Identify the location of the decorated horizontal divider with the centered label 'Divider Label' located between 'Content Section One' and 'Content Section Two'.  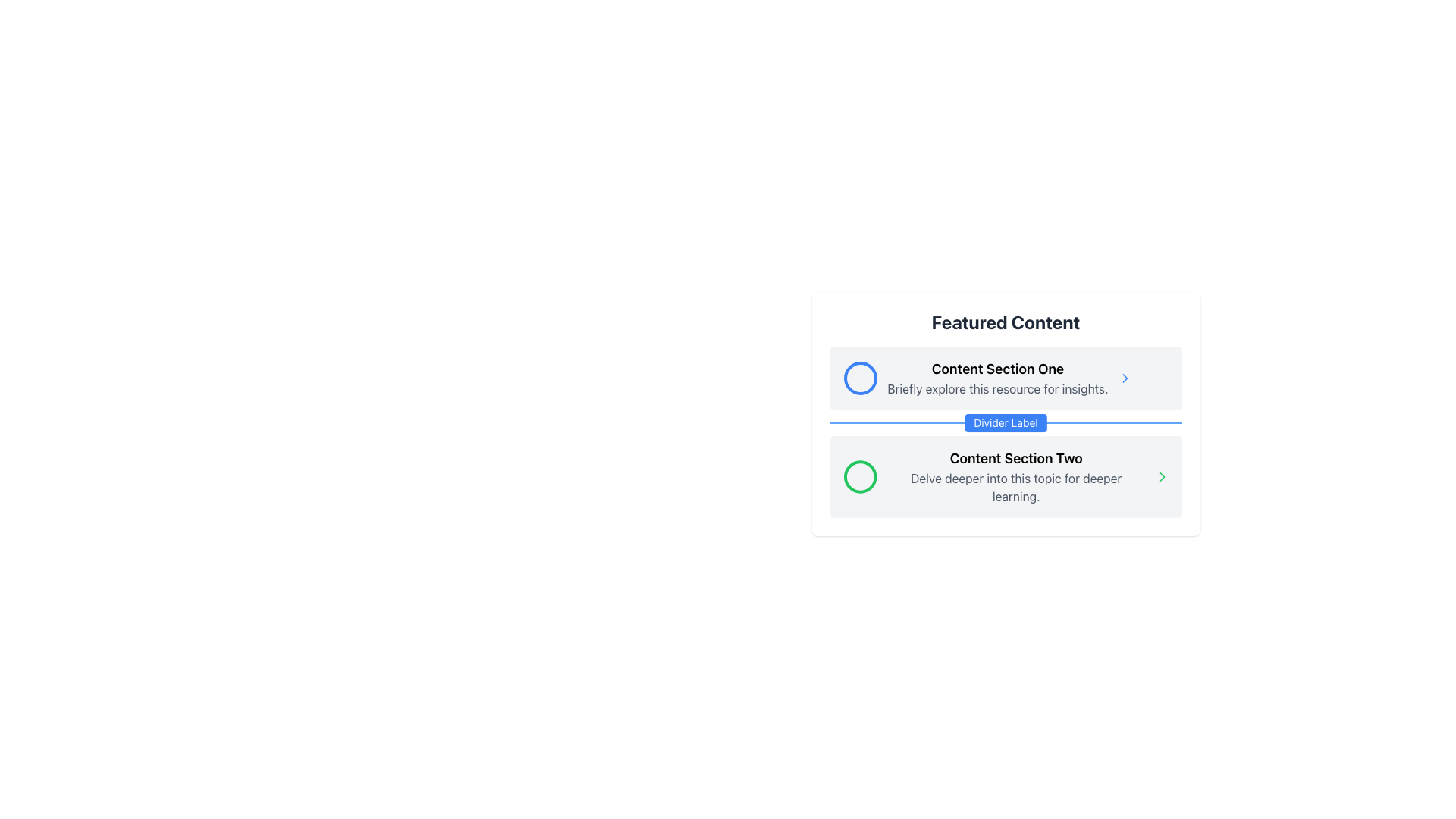
(1006, 423).